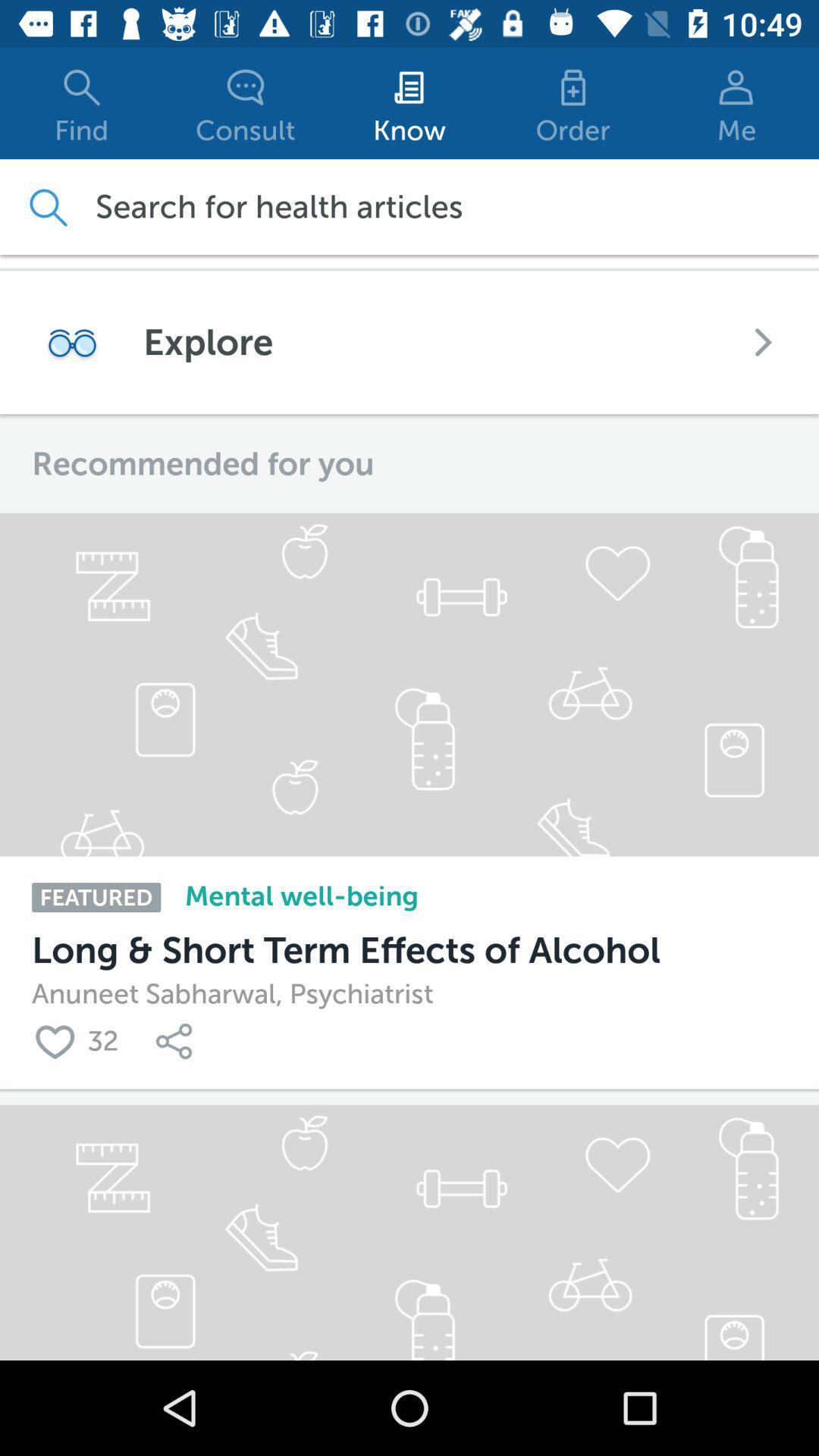  I want to click on share the article, so click(177, 1040).